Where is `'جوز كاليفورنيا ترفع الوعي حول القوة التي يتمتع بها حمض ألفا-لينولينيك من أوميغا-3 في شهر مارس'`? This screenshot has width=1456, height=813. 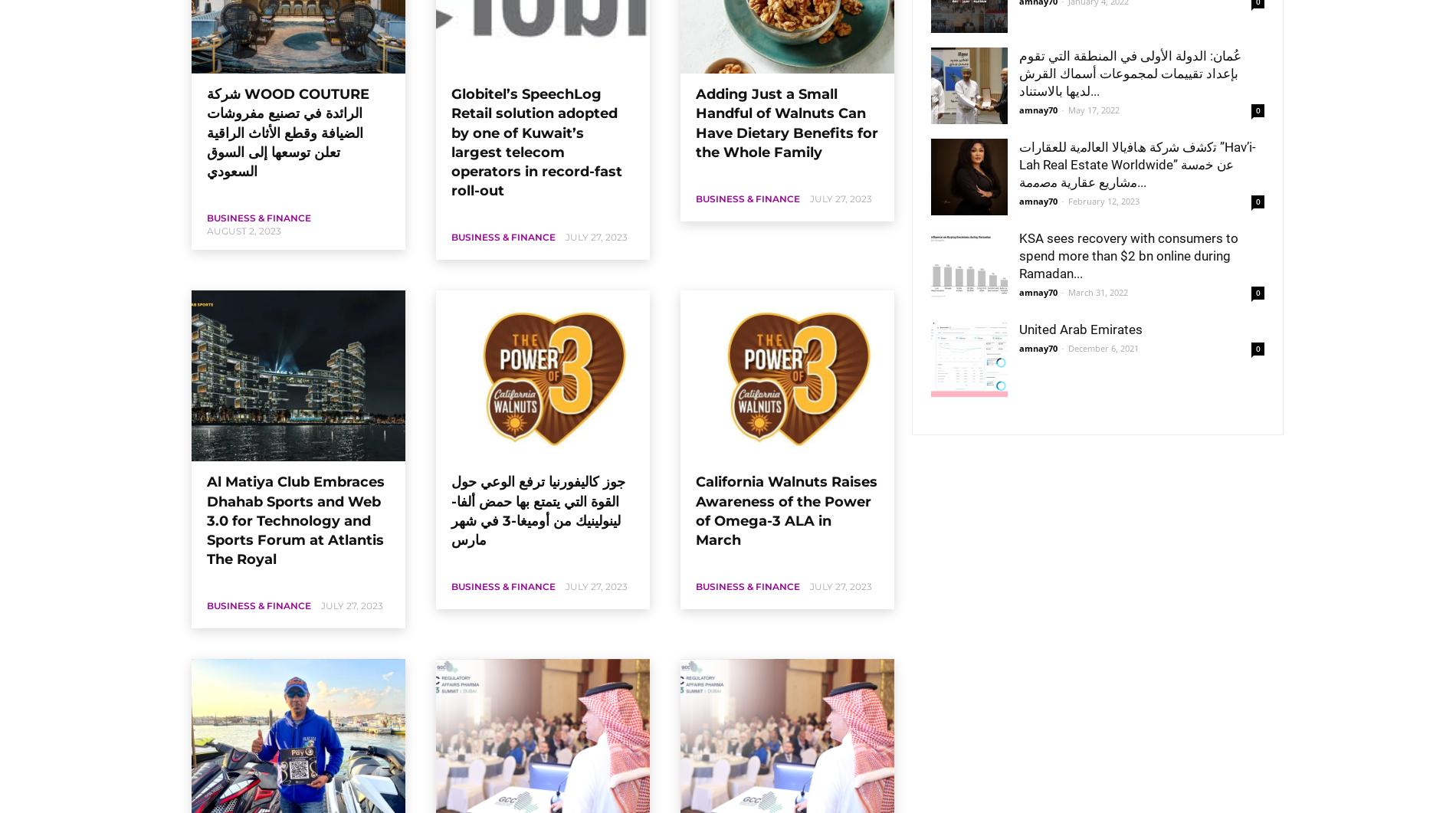 'جوز كاليفورنيا ترفع الوعي حول القوة التي يتمتع بها حمض ألفا-لينولينيك من أوميغا-3 في شهر مارس' is located at coordinates (451, 510).